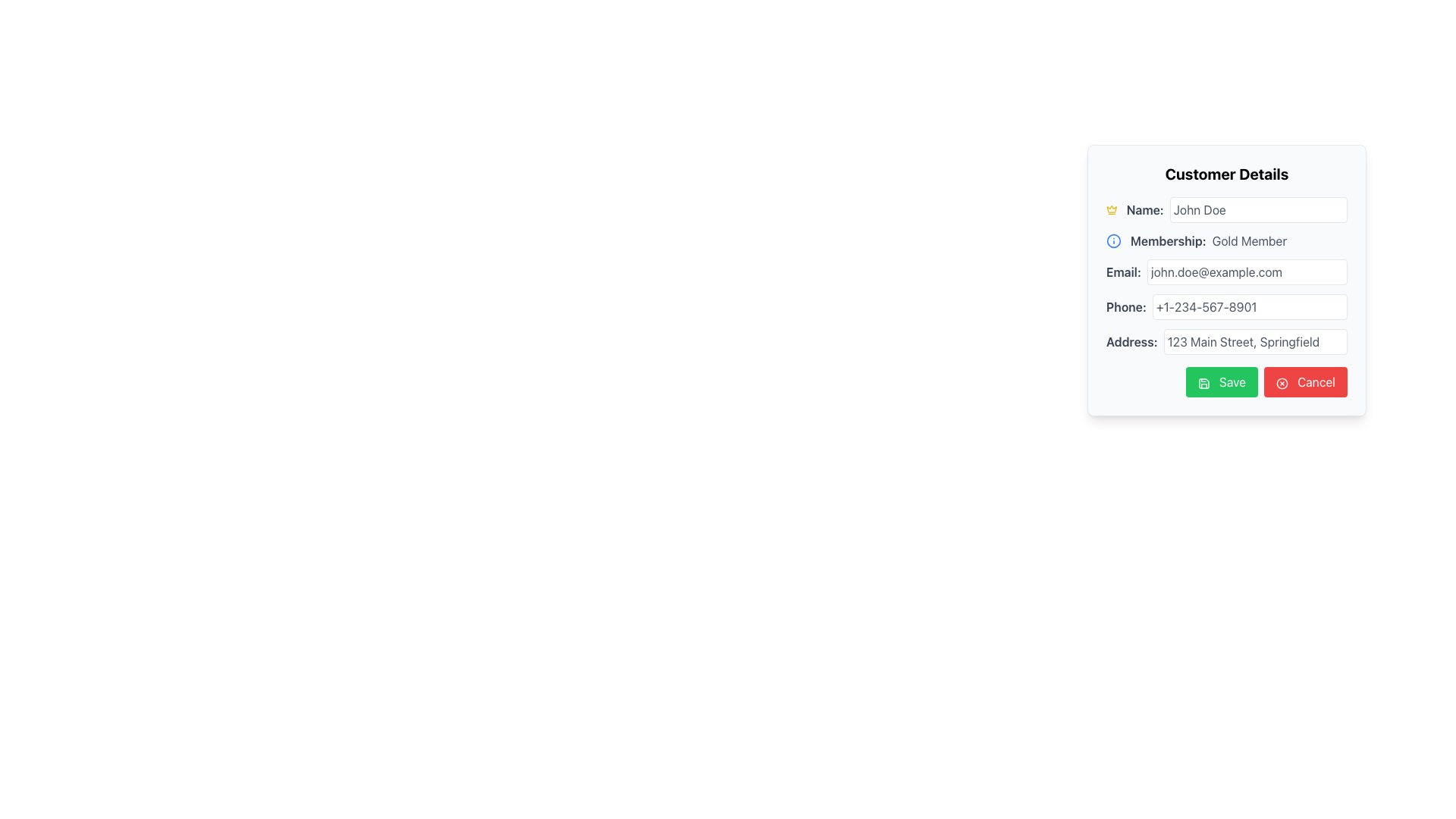  I want to click on the email input field labeled 'Email:' which contains the default email address 'john.doe@example.com' to select the text, so click(1226, 271).